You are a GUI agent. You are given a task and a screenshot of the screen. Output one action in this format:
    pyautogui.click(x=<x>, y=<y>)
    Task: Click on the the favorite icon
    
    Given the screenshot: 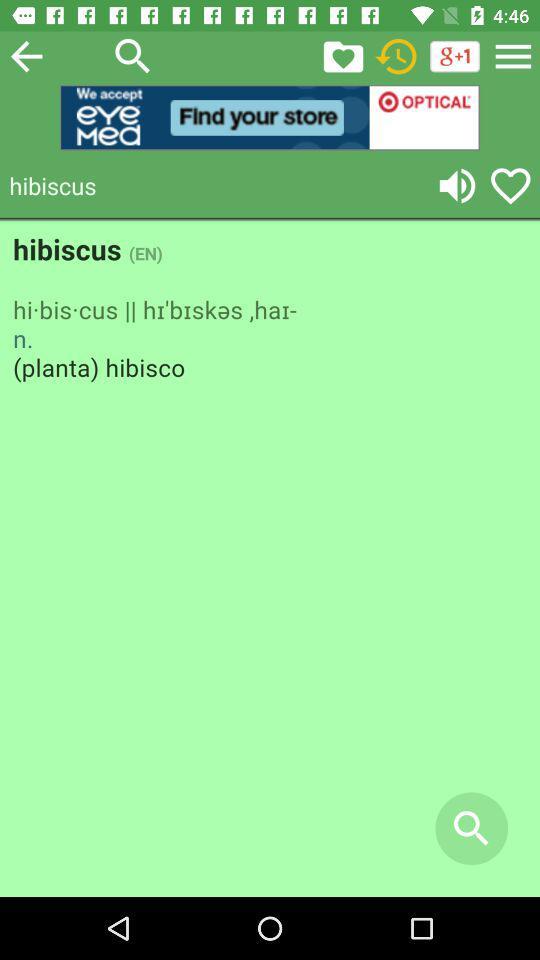 What is the action you would take?
    pyautogui.click(x=510, y=185)
    